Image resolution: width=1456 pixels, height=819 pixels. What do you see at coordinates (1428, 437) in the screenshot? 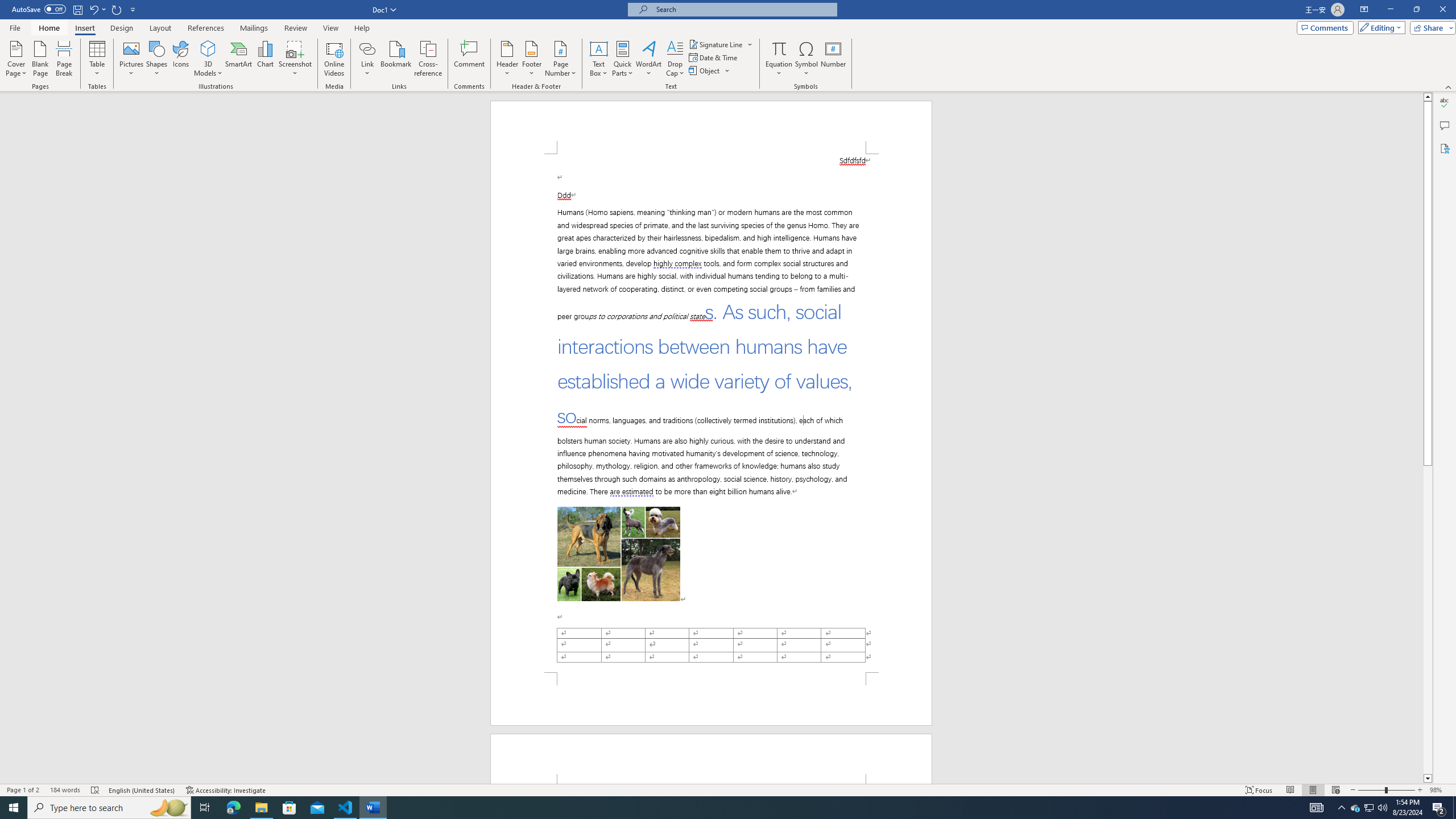
I see `'Class: NetUIScrollBar'` at bounding box center [1428, 437].